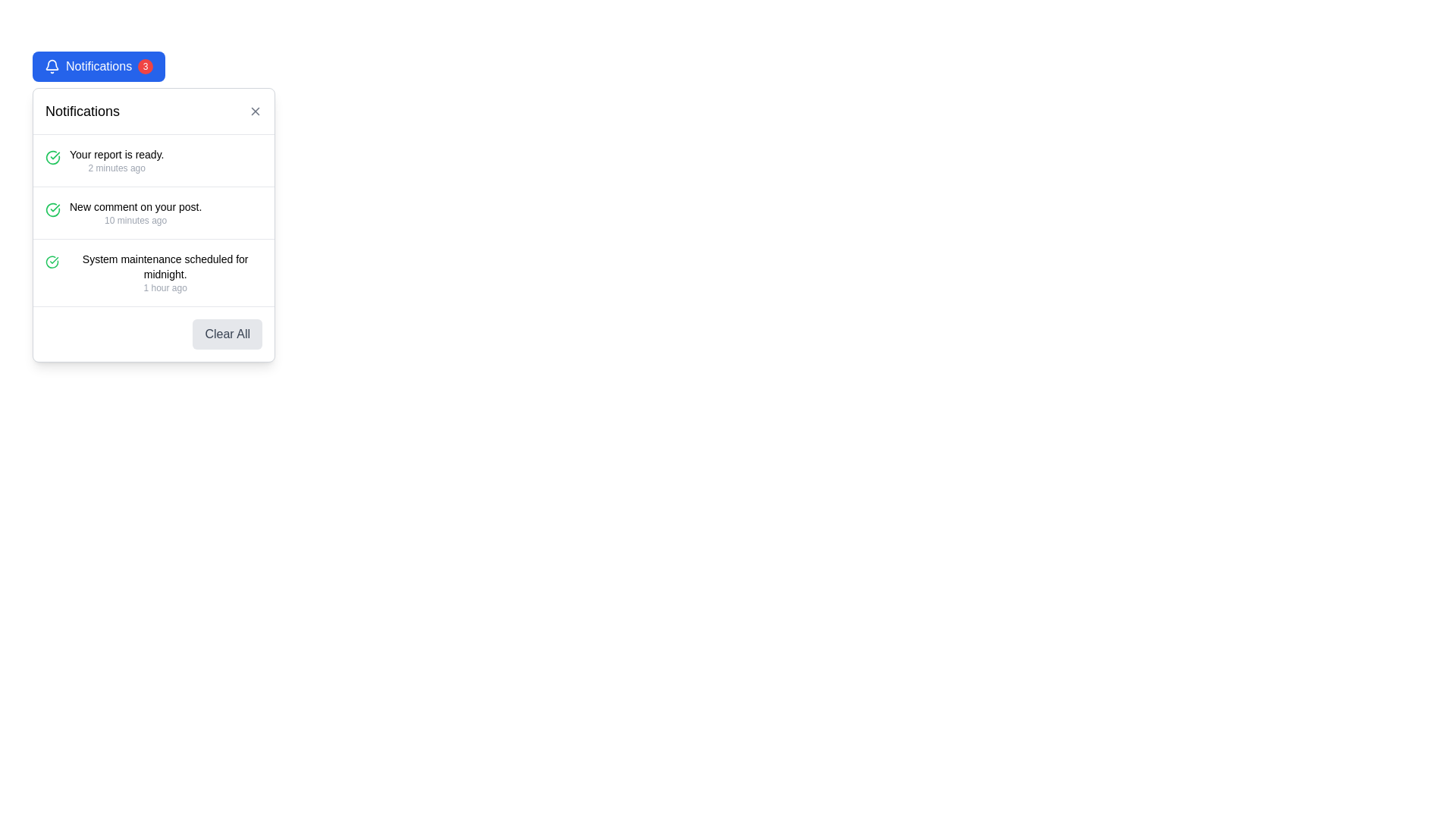 This screenshot has width=1456, height=819. Describe the element at coordinates (146, 66) in the screenshot. I see `the Badge Notification, a small circular badge with a red background and white text displaying the number '3', located at the top-right corner of the Notifications button` at that location.